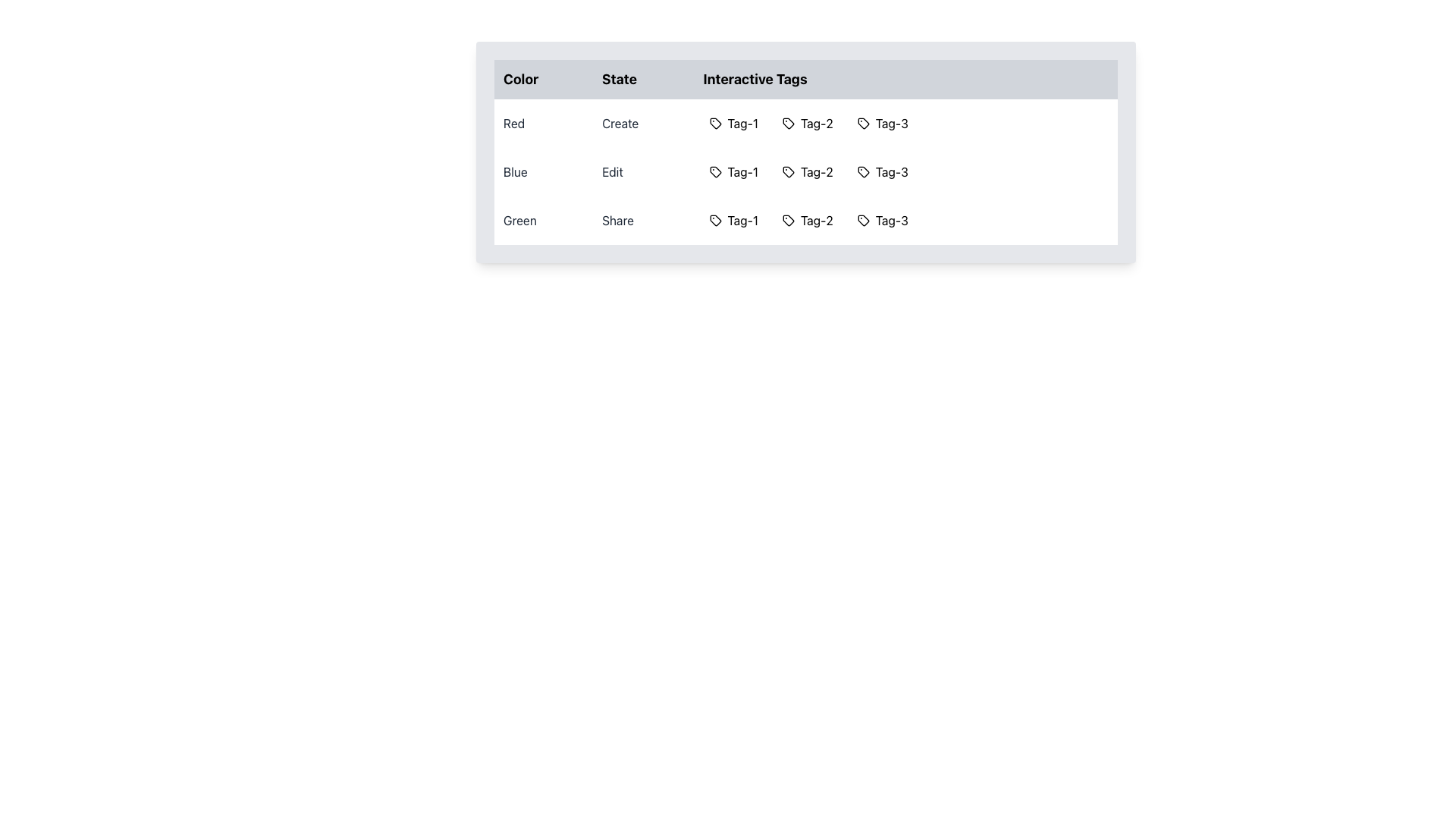 The image size is (1456, 819). I want to click on the text label displaying 'Tag-2' in the 'Interactive Tags' column, which is styled in black font on a blue background, located in the fourth column and second row of the table, so click(816, 171).